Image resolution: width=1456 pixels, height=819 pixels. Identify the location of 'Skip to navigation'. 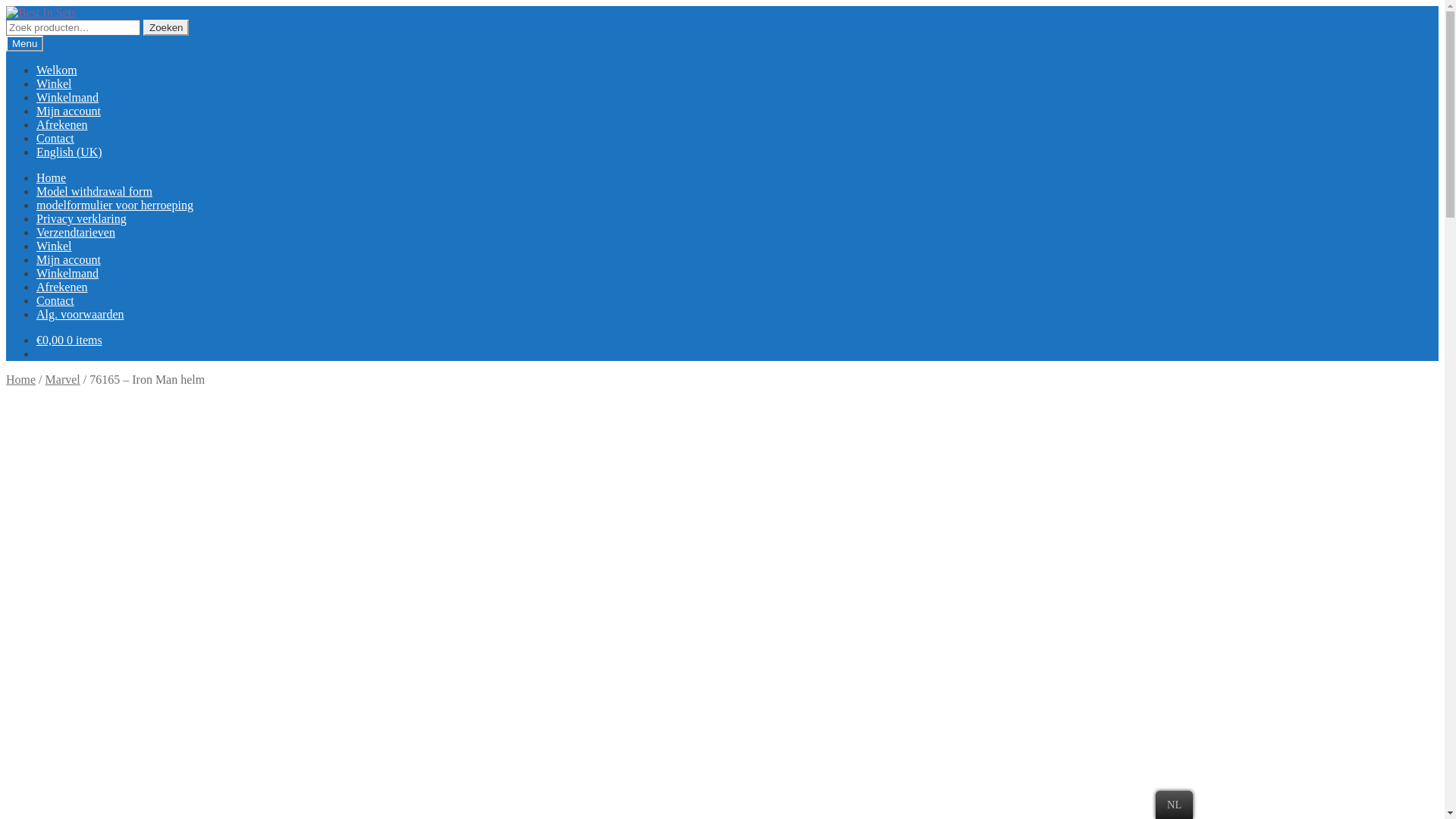
(5, 5).